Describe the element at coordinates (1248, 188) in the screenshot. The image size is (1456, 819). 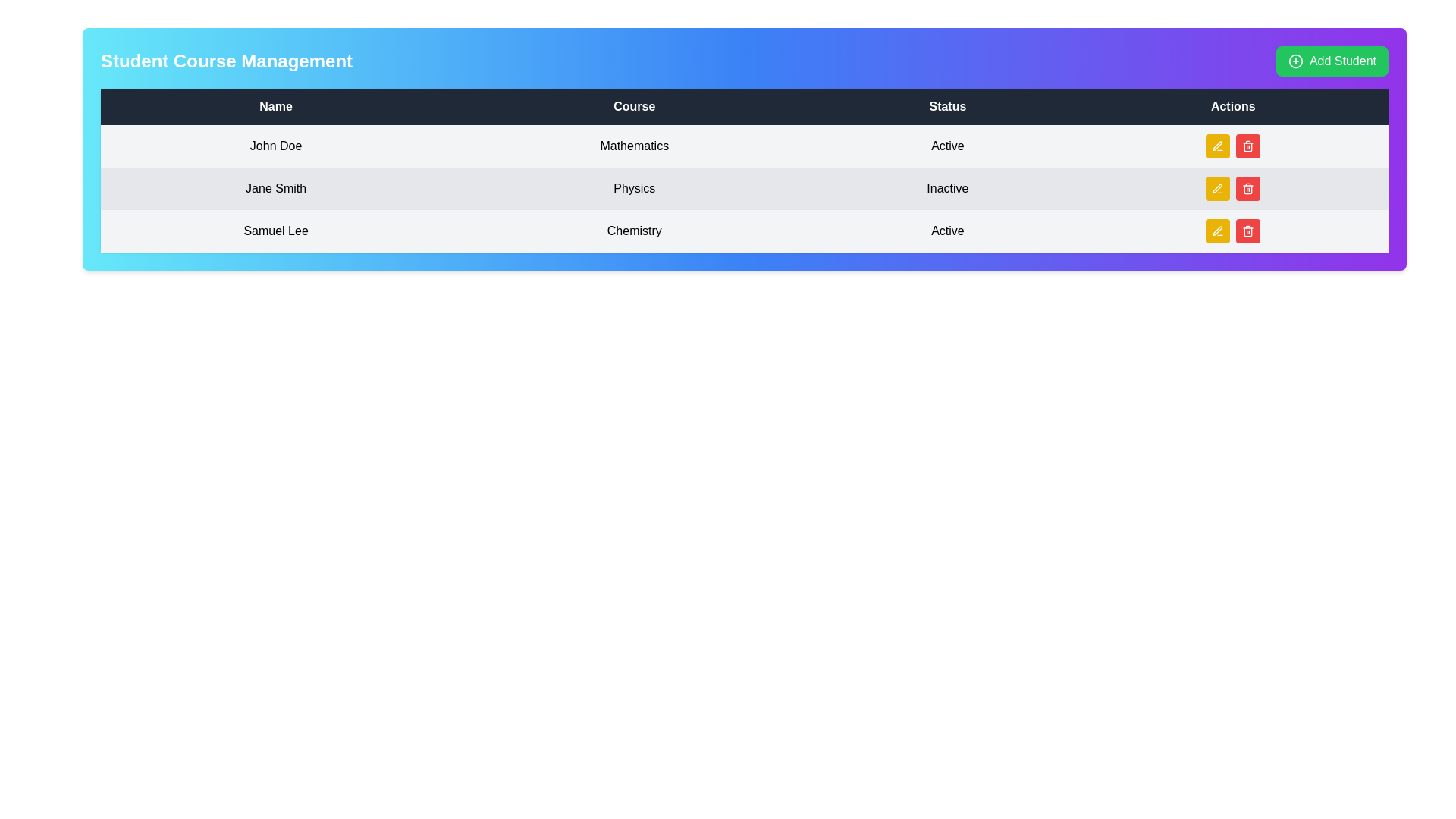
I see `the delete button located in the last column of the actions section in the second row of the table, which is directly to the right of the yellow pencil icon button` at that location.